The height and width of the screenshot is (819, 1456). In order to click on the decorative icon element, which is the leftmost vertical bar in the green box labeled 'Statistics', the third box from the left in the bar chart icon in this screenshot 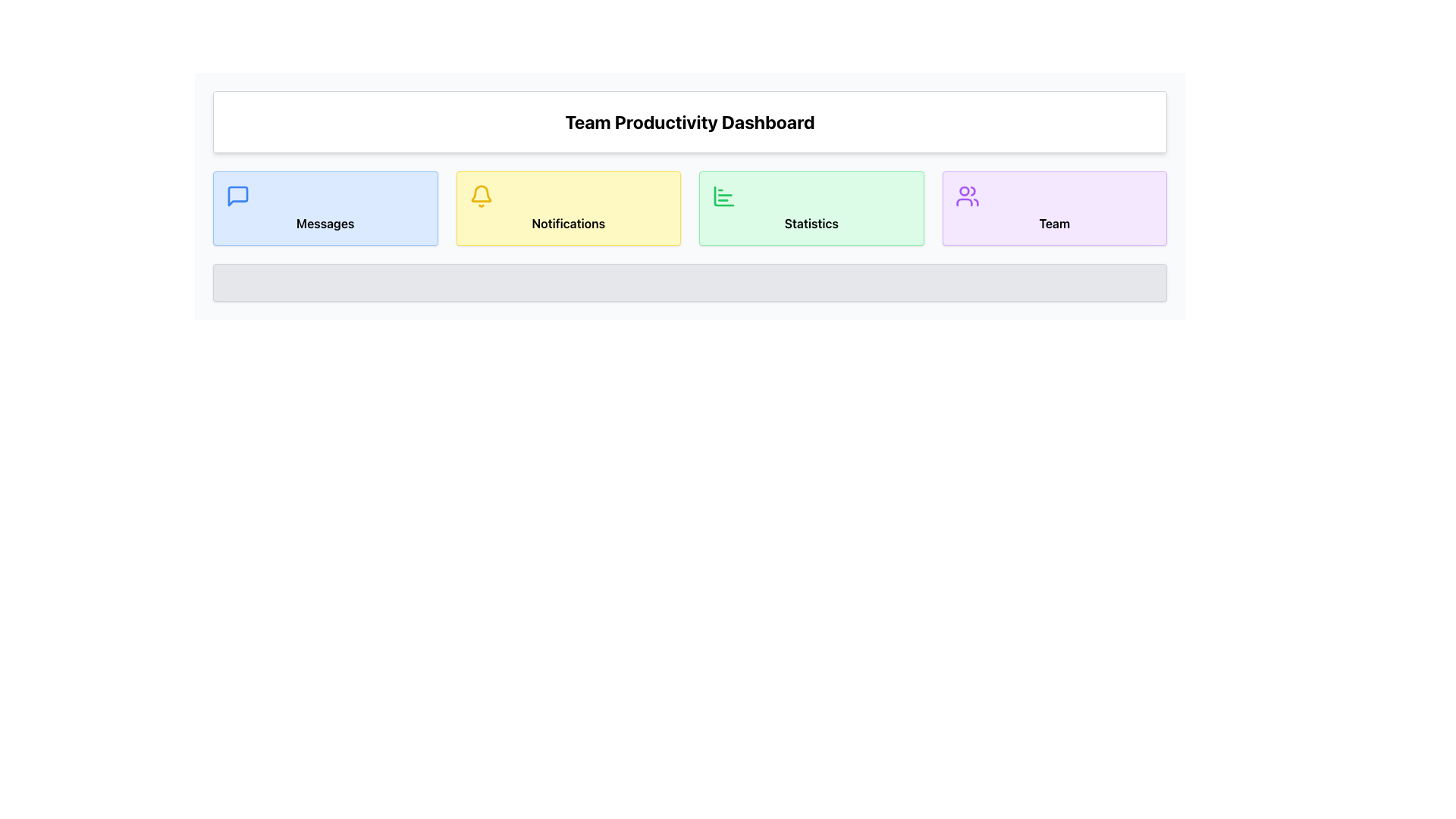, I will do `click(723, 195)`.